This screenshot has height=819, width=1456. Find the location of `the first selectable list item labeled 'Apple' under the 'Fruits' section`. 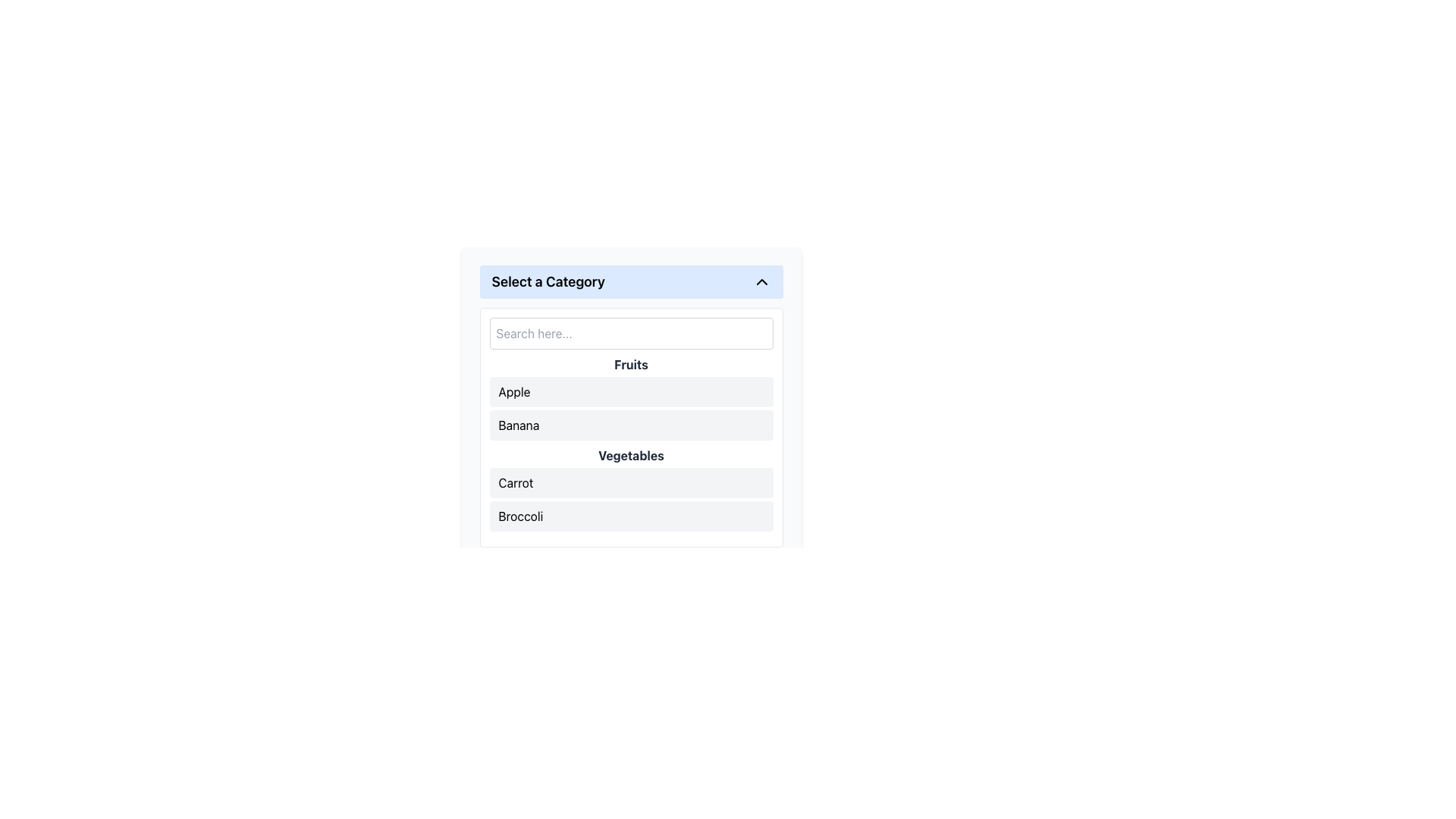

the first selectable list item labeled 'Apple' under the 'Fruits' section is located at coordinates (631, 391).